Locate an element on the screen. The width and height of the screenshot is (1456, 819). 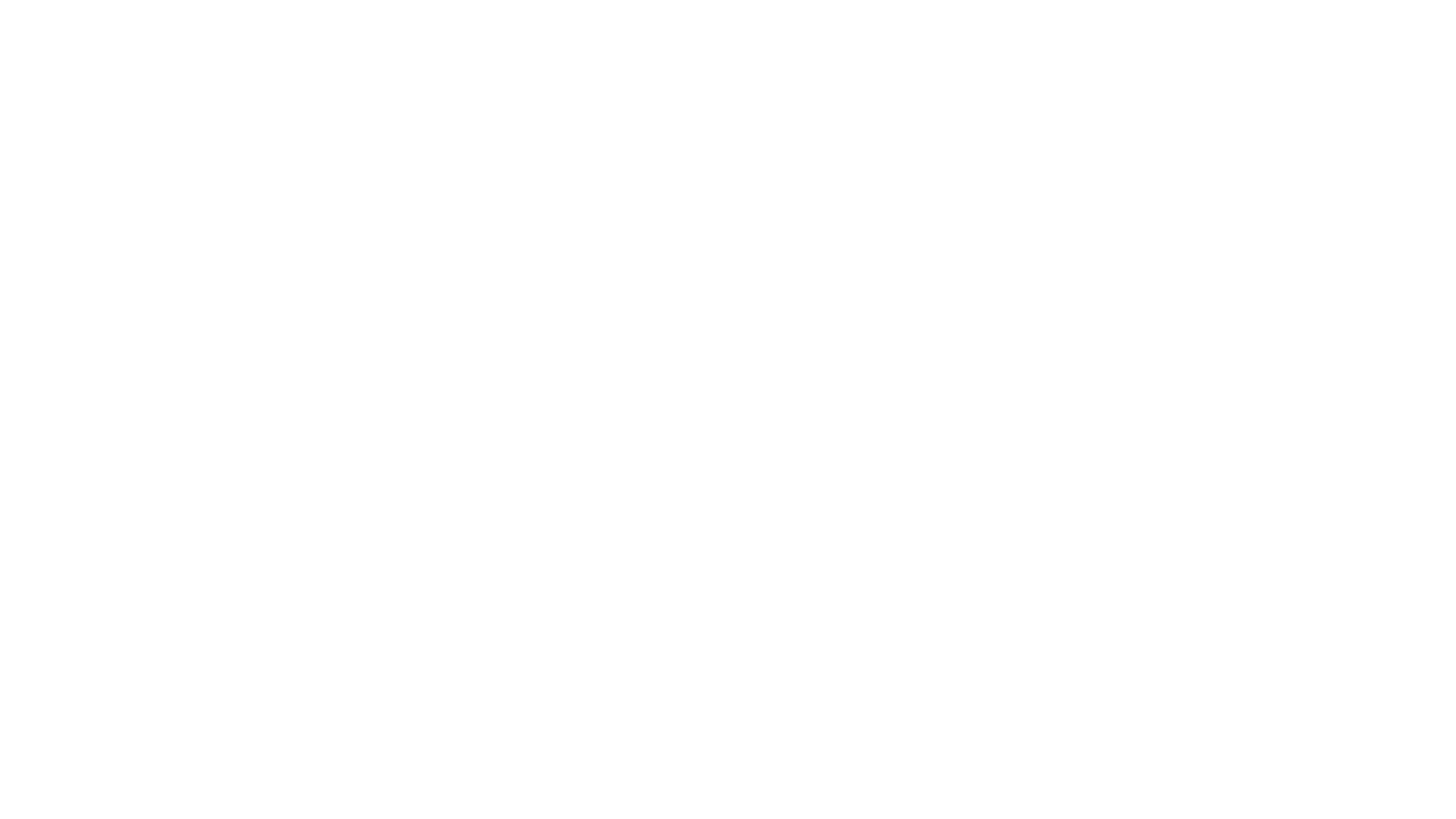
LOGIN is located at coordinates (1179, 42).